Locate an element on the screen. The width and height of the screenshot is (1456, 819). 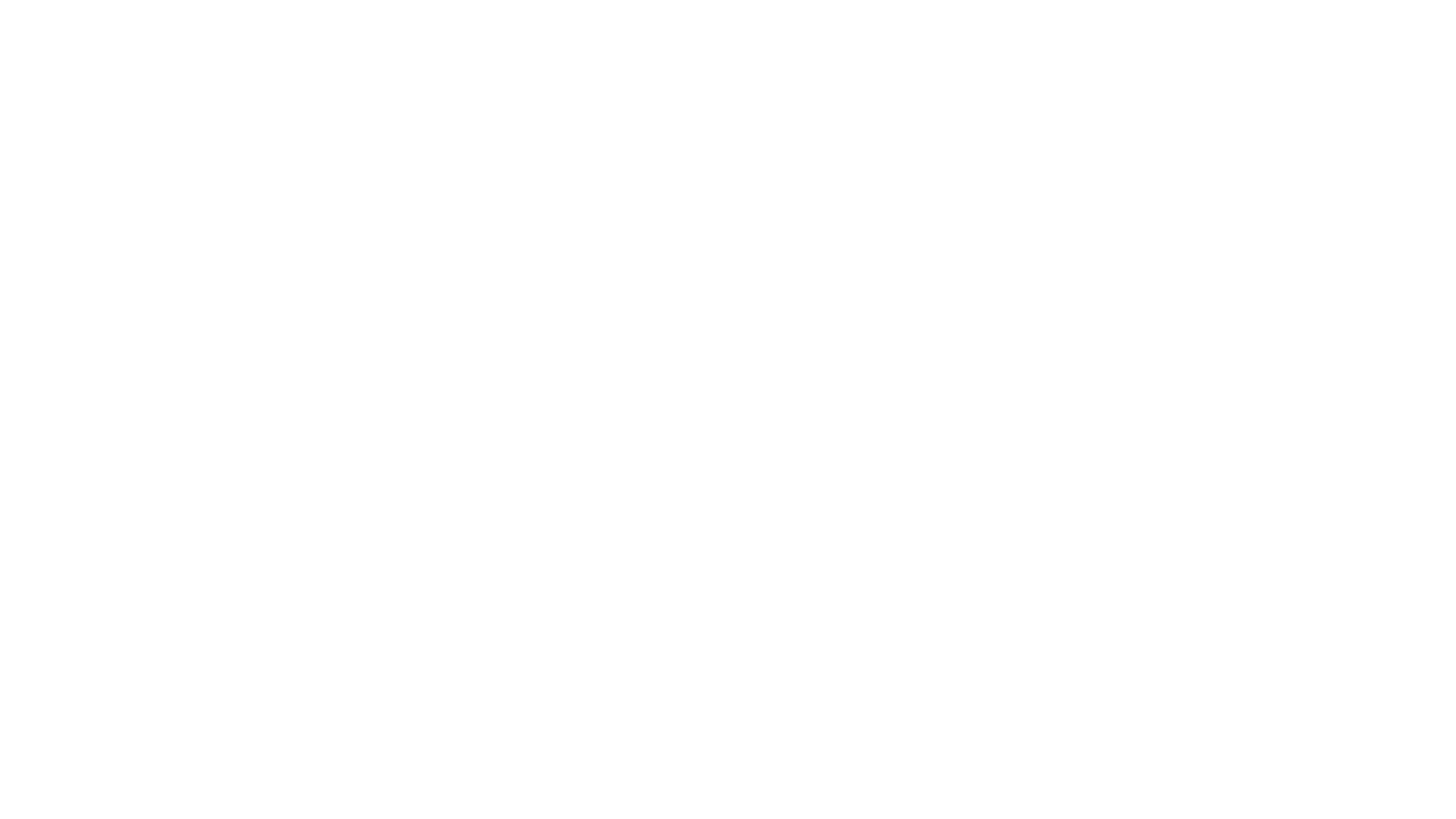
LOGIN is located at coordinates (1179, 42).